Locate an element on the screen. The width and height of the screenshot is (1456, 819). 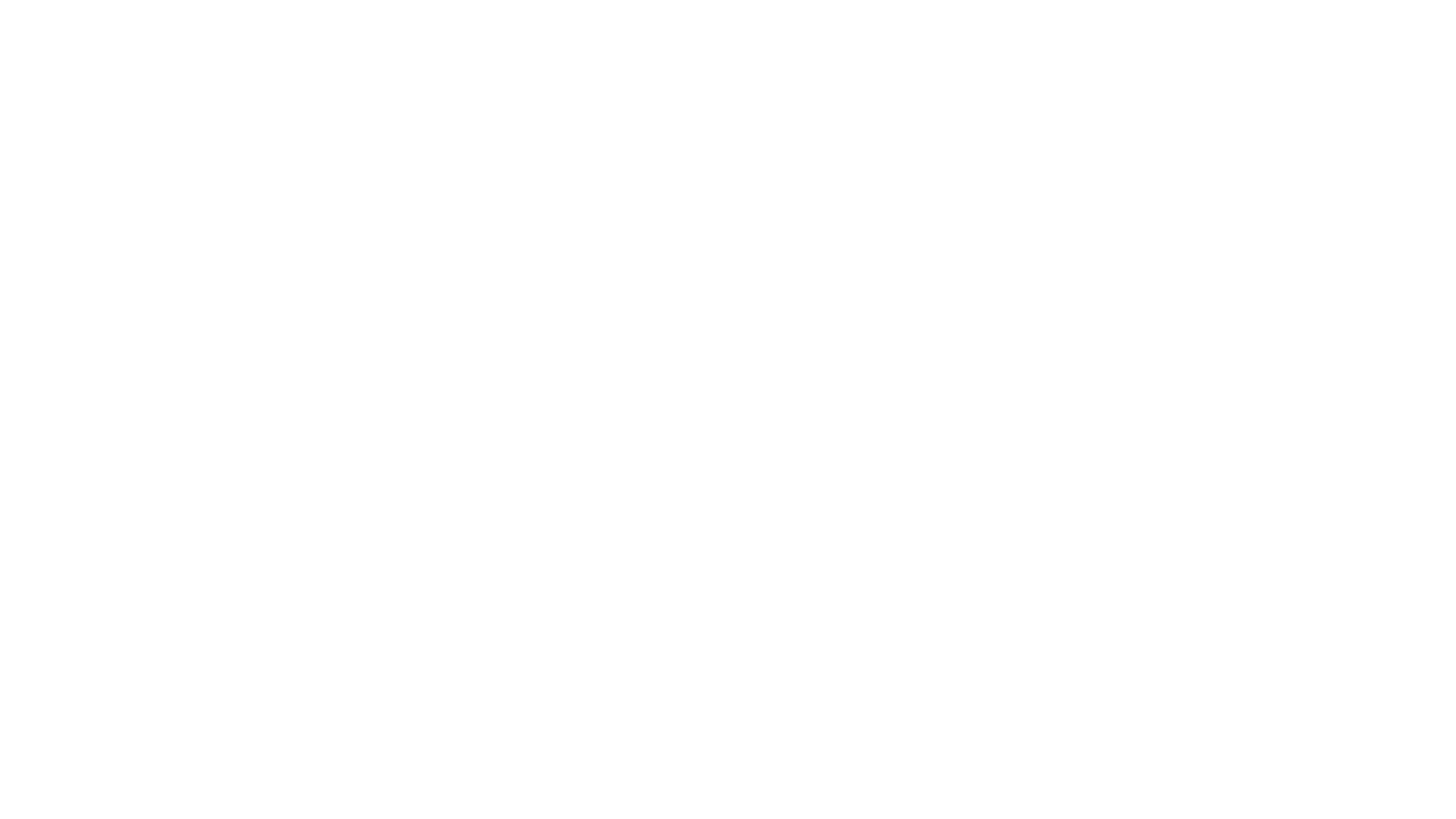
LOGIN is located at coordinates (1179, 42).